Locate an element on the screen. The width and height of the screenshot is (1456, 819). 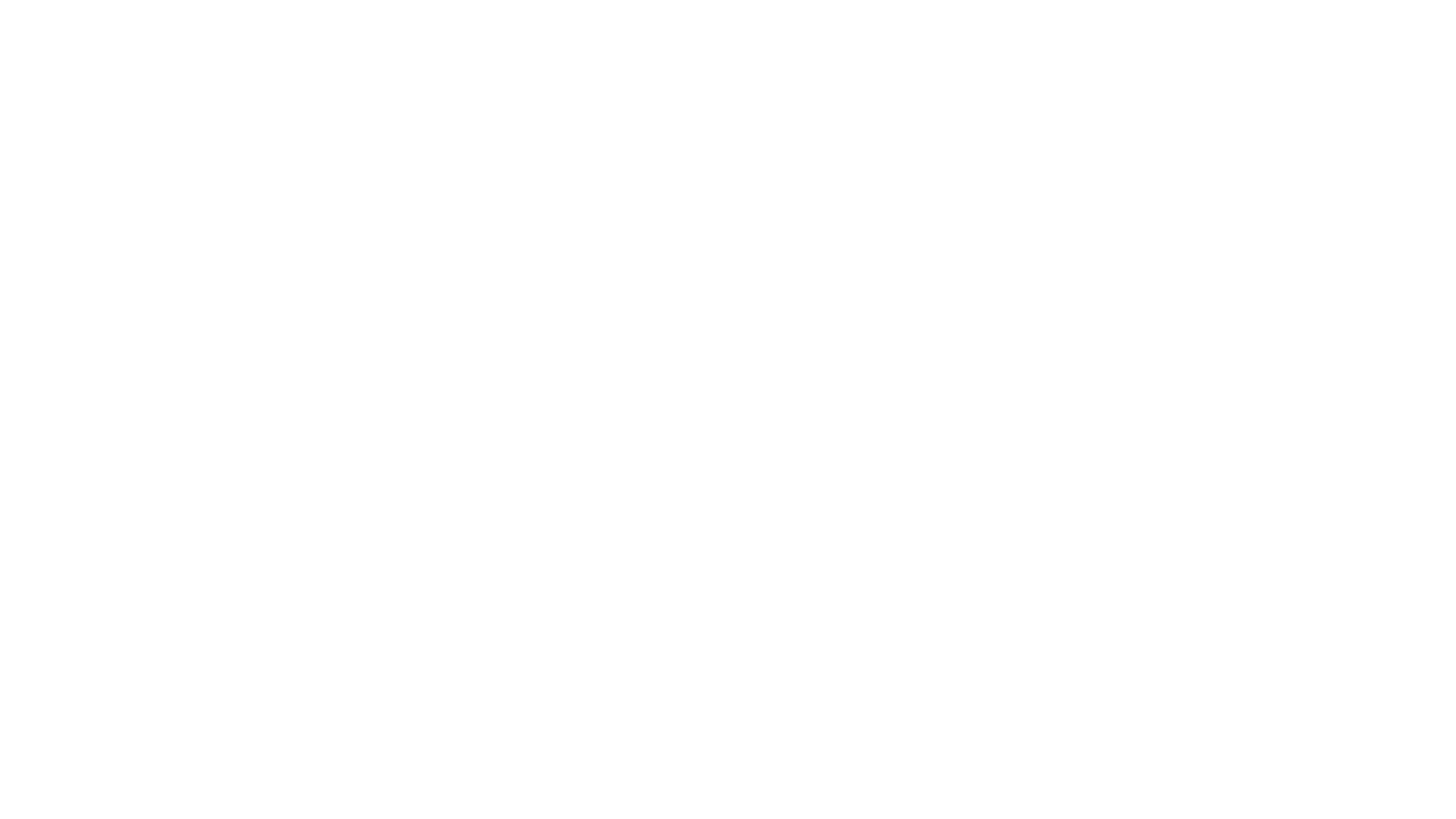
LOGIN is located at coordinates (1179, 42).